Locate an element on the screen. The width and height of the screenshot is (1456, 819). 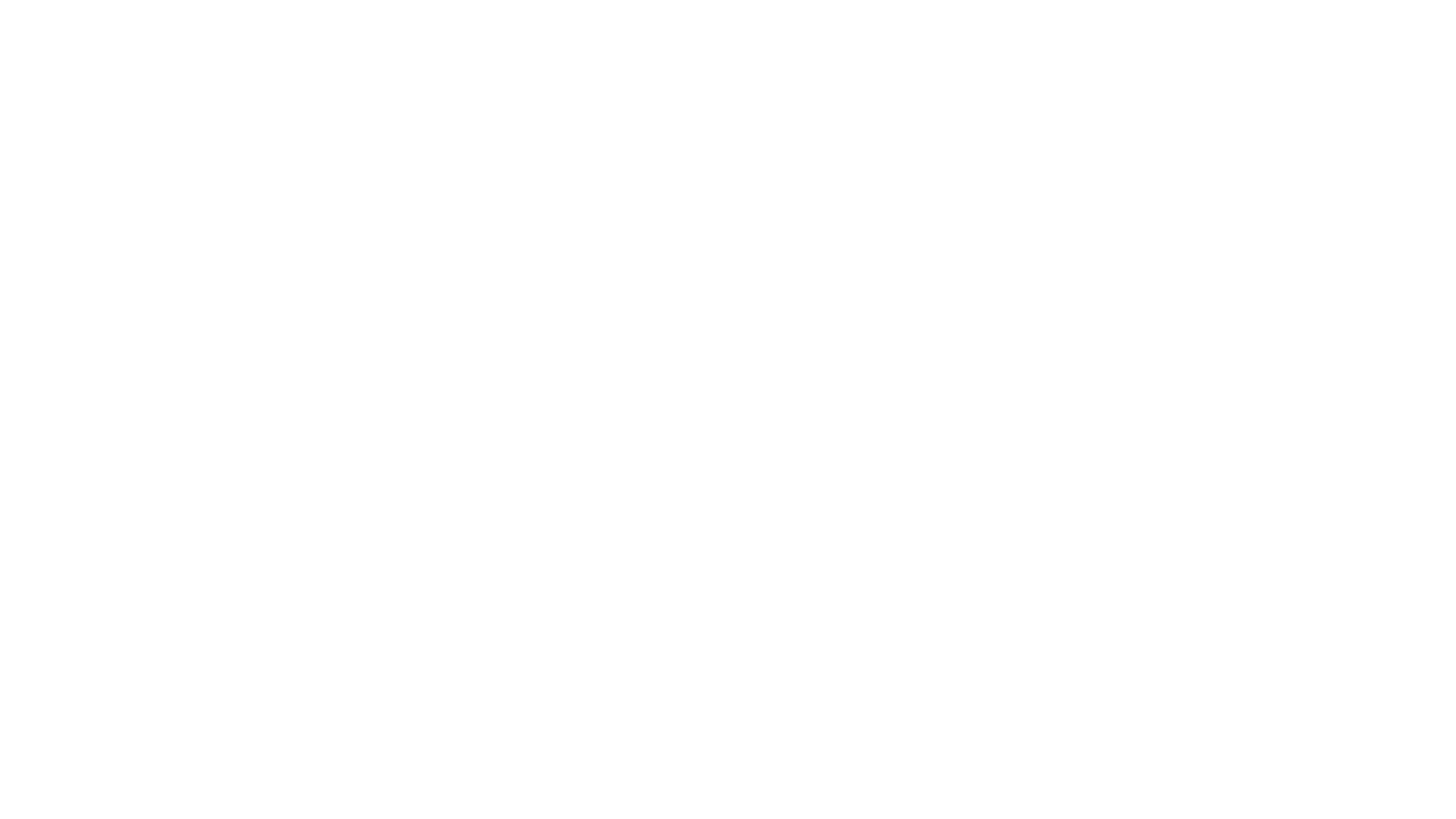
LOGIN is located at coordinates (1179, 42).